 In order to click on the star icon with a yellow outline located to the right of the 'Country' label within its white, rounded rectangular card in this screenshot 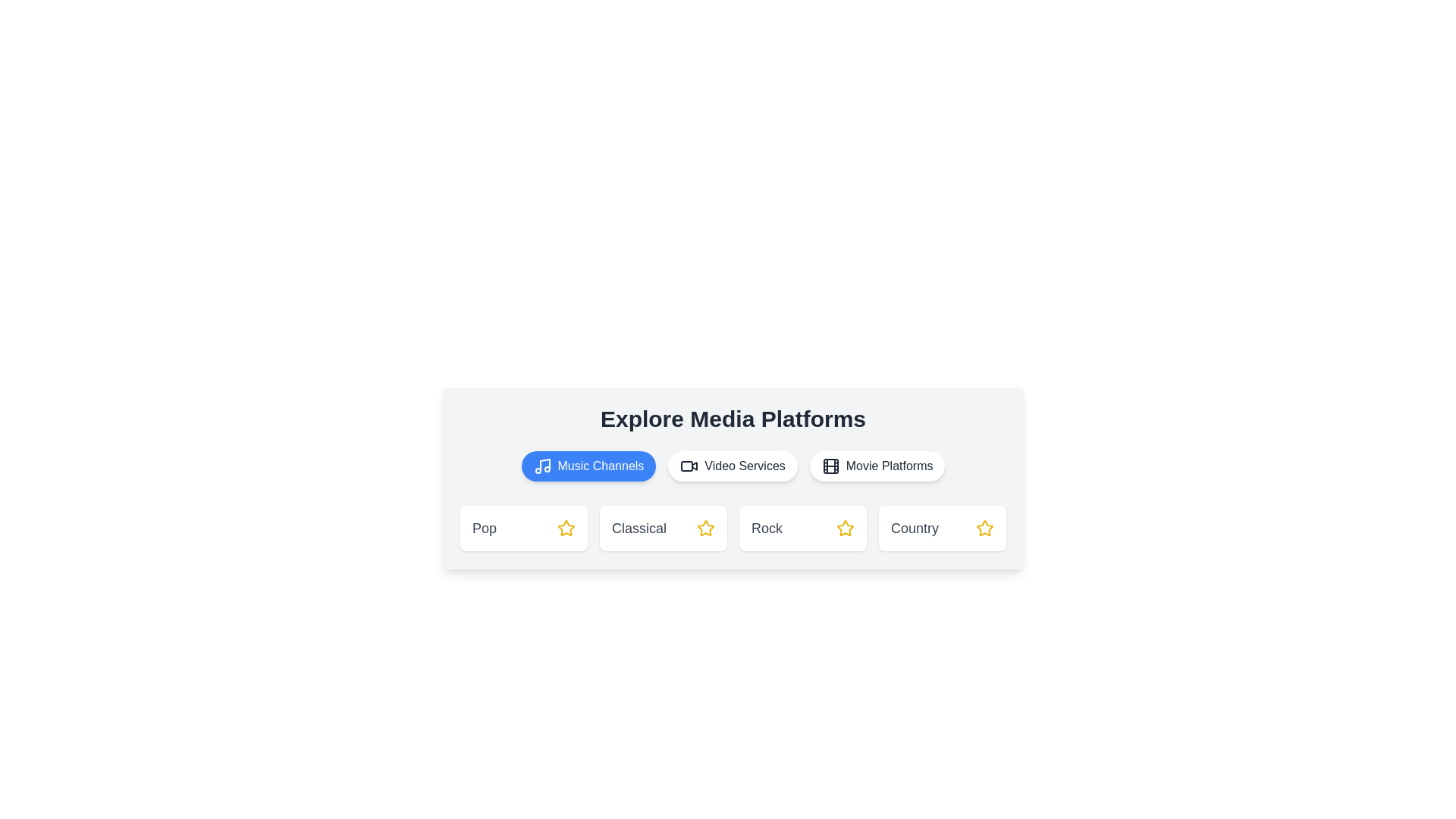, I will do `click(985, 528)`.